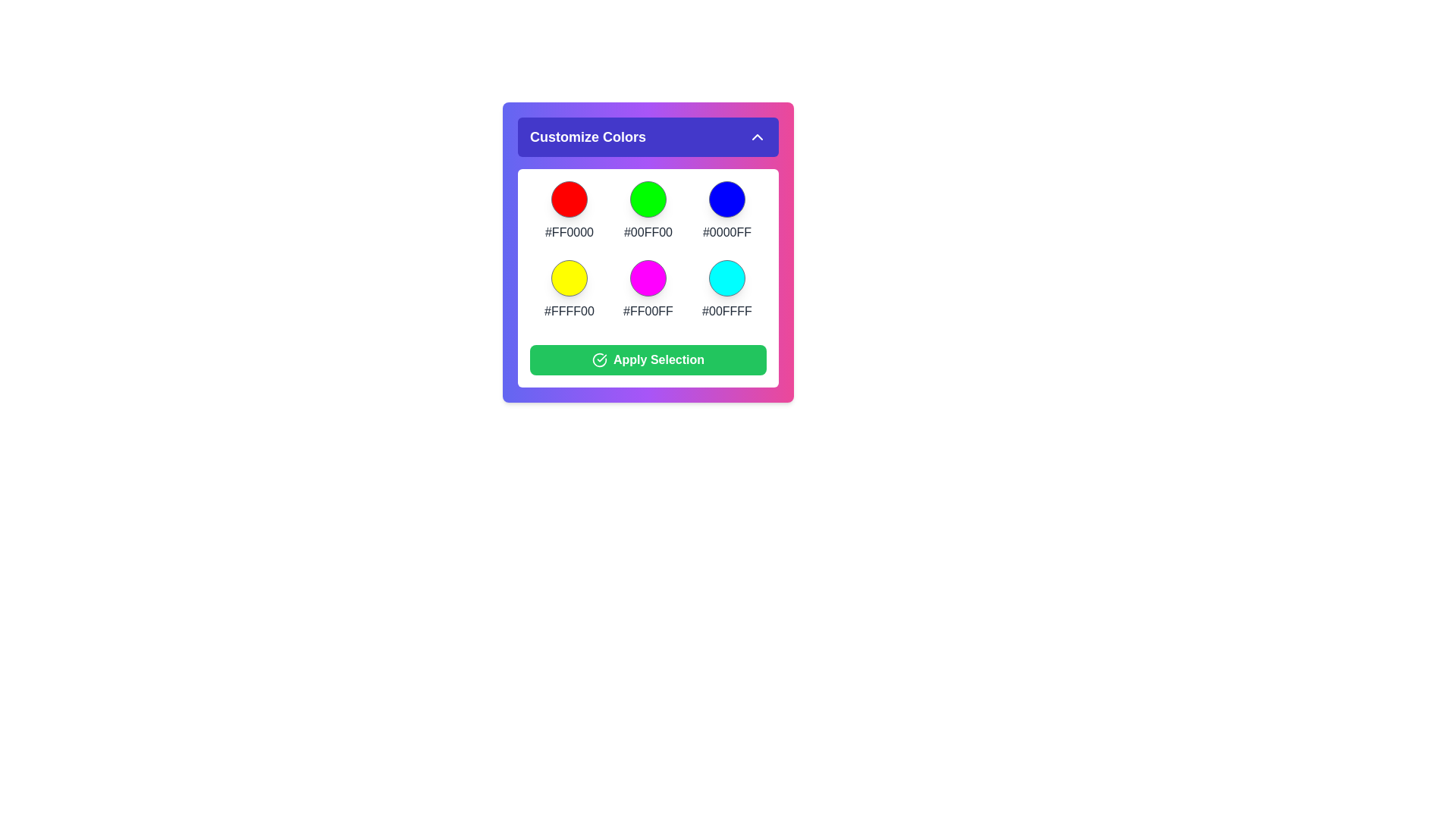 The width and height of the screenshot is (1456, 819). What do you see at coordinates (648, 278) in the screenshot?
I see `the color #FF00FF from the color palette` at bounding box center [648, 278].